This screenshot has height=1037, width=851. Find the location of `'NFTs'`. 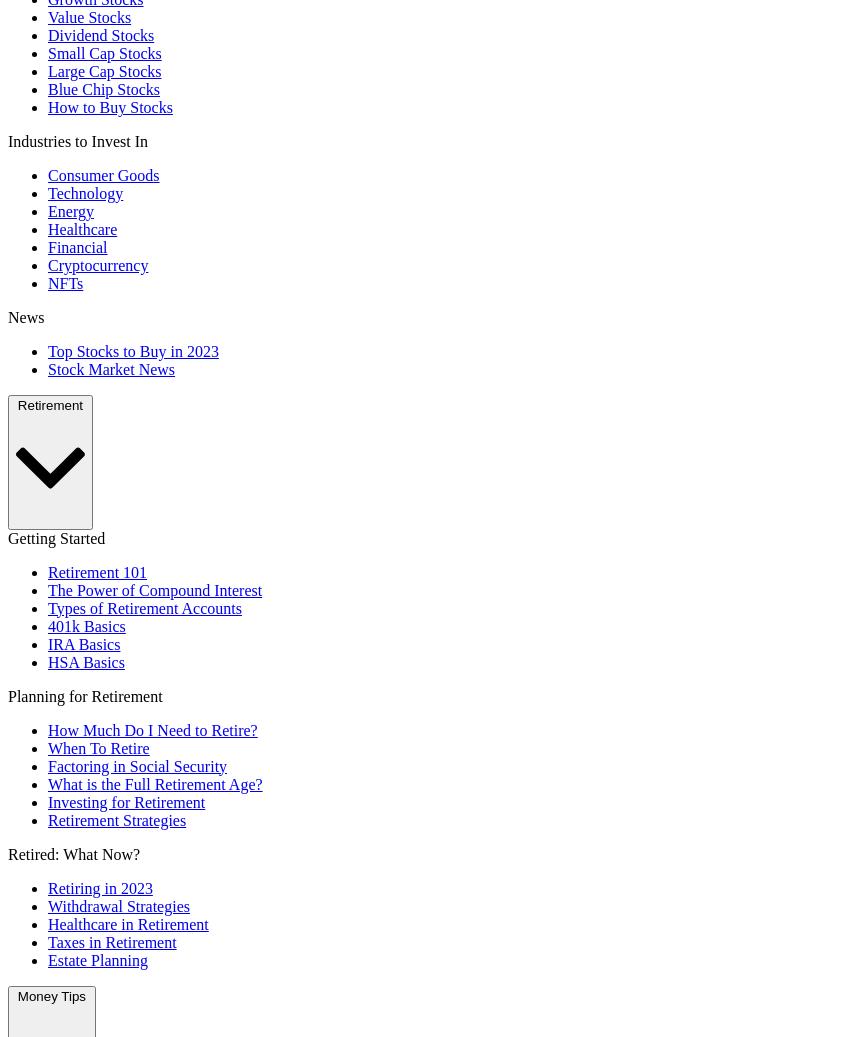

'NFTs' is located at coordinates (65, 282).